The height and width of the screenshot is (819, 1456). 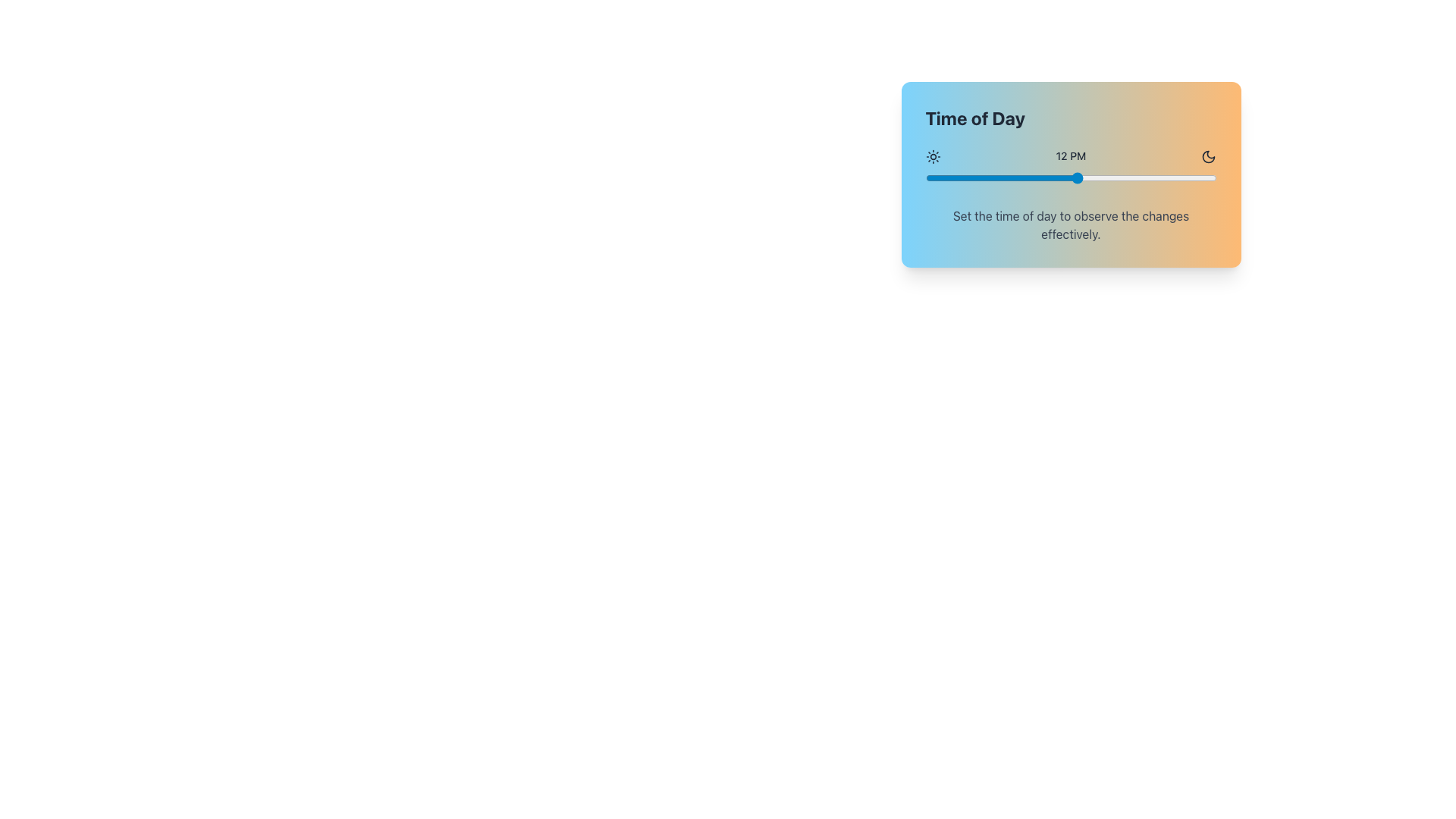 I want to click on the slider value, so click(x=1203, y=177).